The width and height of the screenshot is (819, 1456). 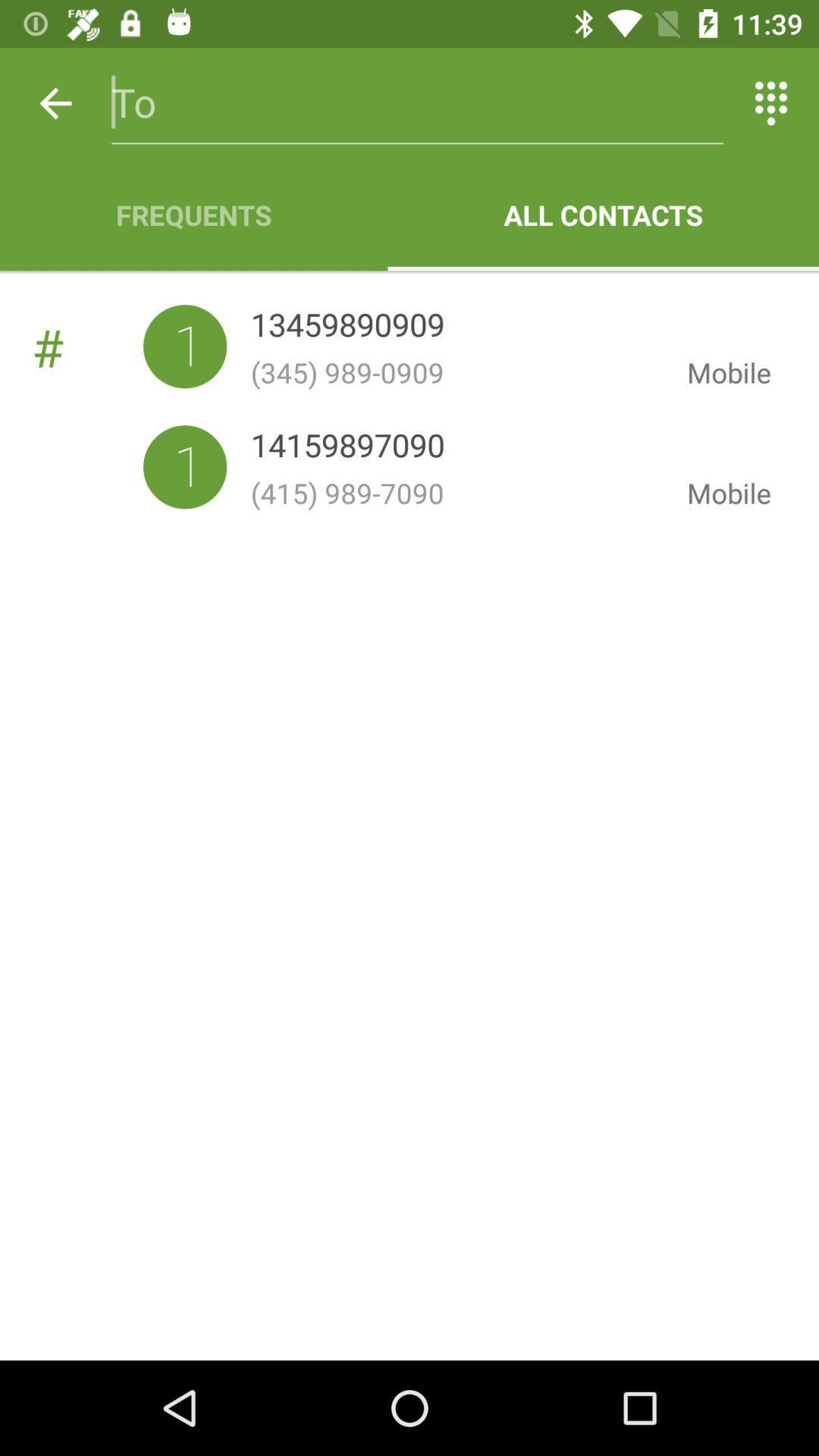 I want to click on the 13459890909, so click(x=347, y=327).